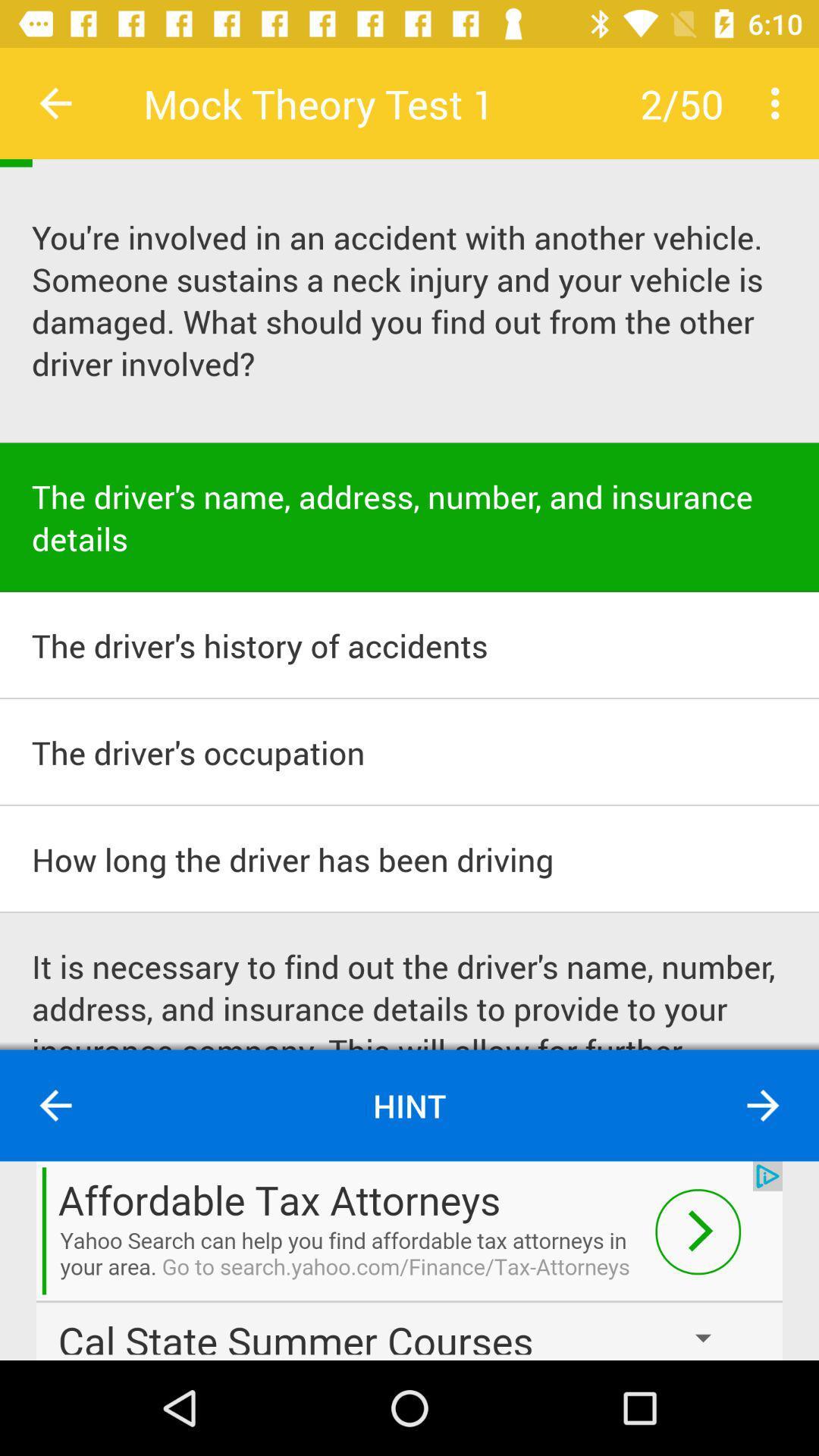 This screenshot has width=819, height=1456. I want to click on previous, so click(55, 1106).